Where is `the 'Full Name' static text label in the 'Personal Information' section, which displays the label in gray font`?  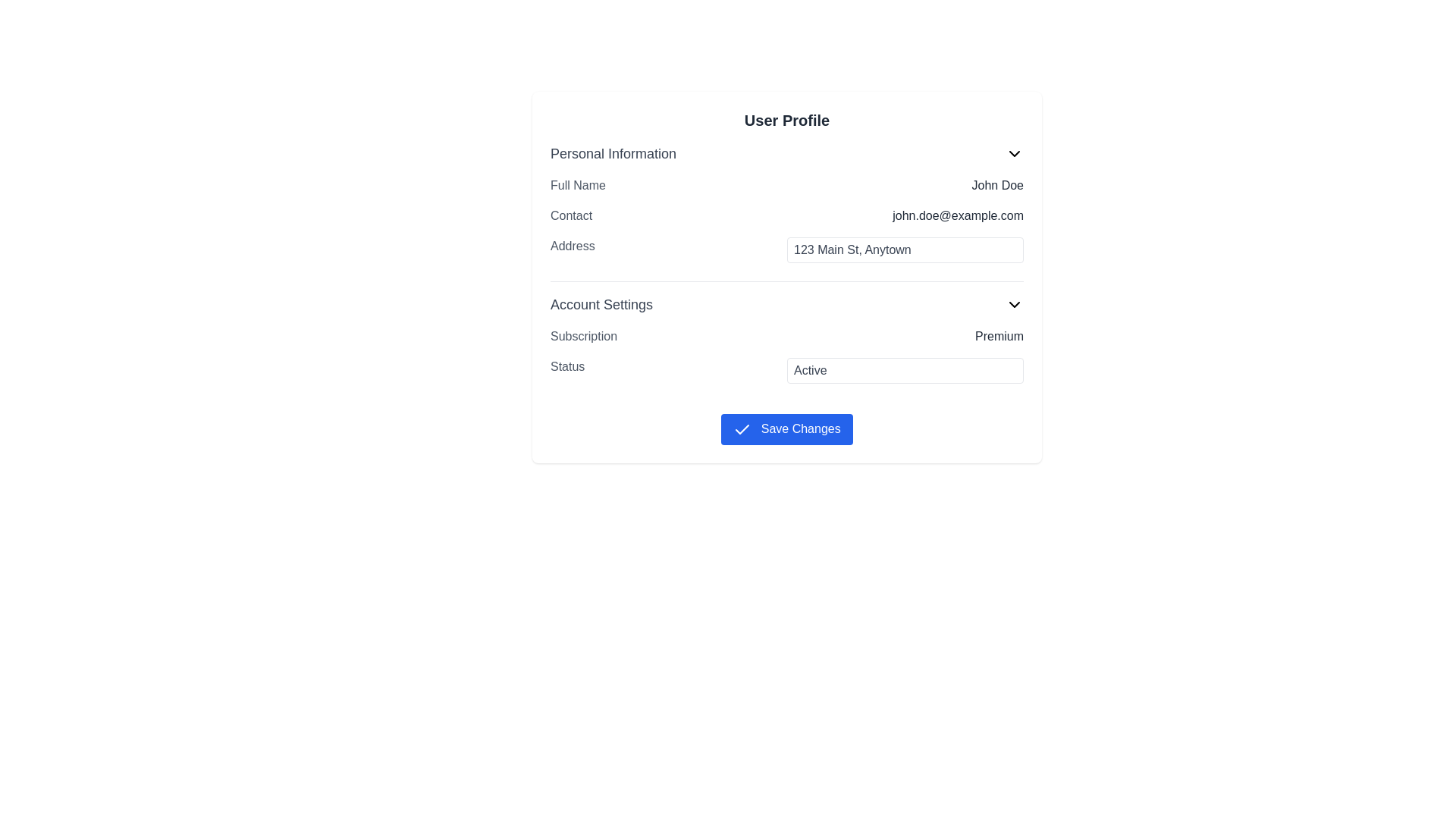 the 'Full Name' static text label in the 'Personal Information' section, which displays the label in gray font is located at coordinates (577, 185).